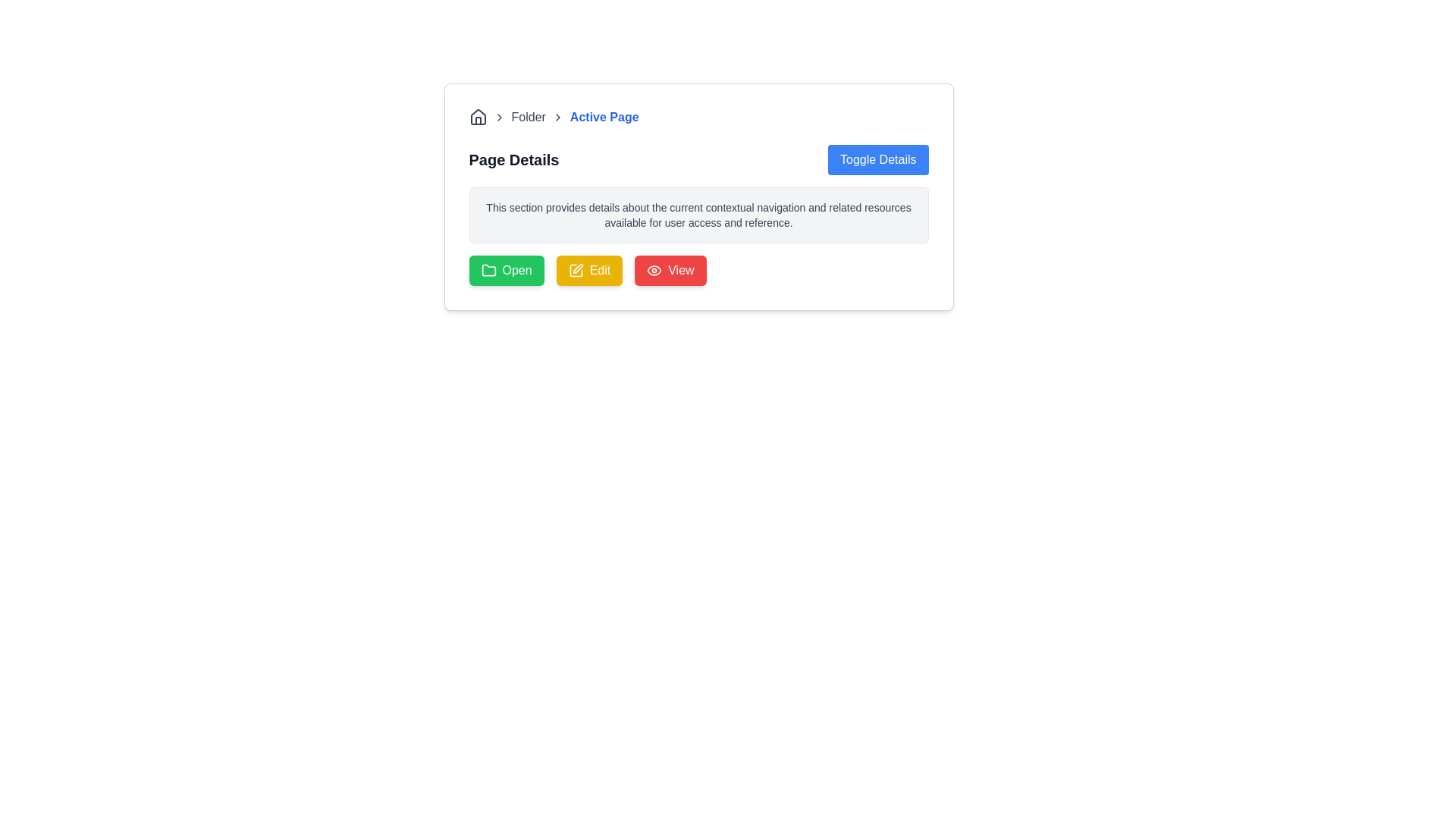  What do you see at coordinates (499, 116) in the screenshot?
I see `the right-facing chevron icon in the breadcrumb navigation component, located between the home icon and the 'Folder' label` at bounding box center [499, 116].